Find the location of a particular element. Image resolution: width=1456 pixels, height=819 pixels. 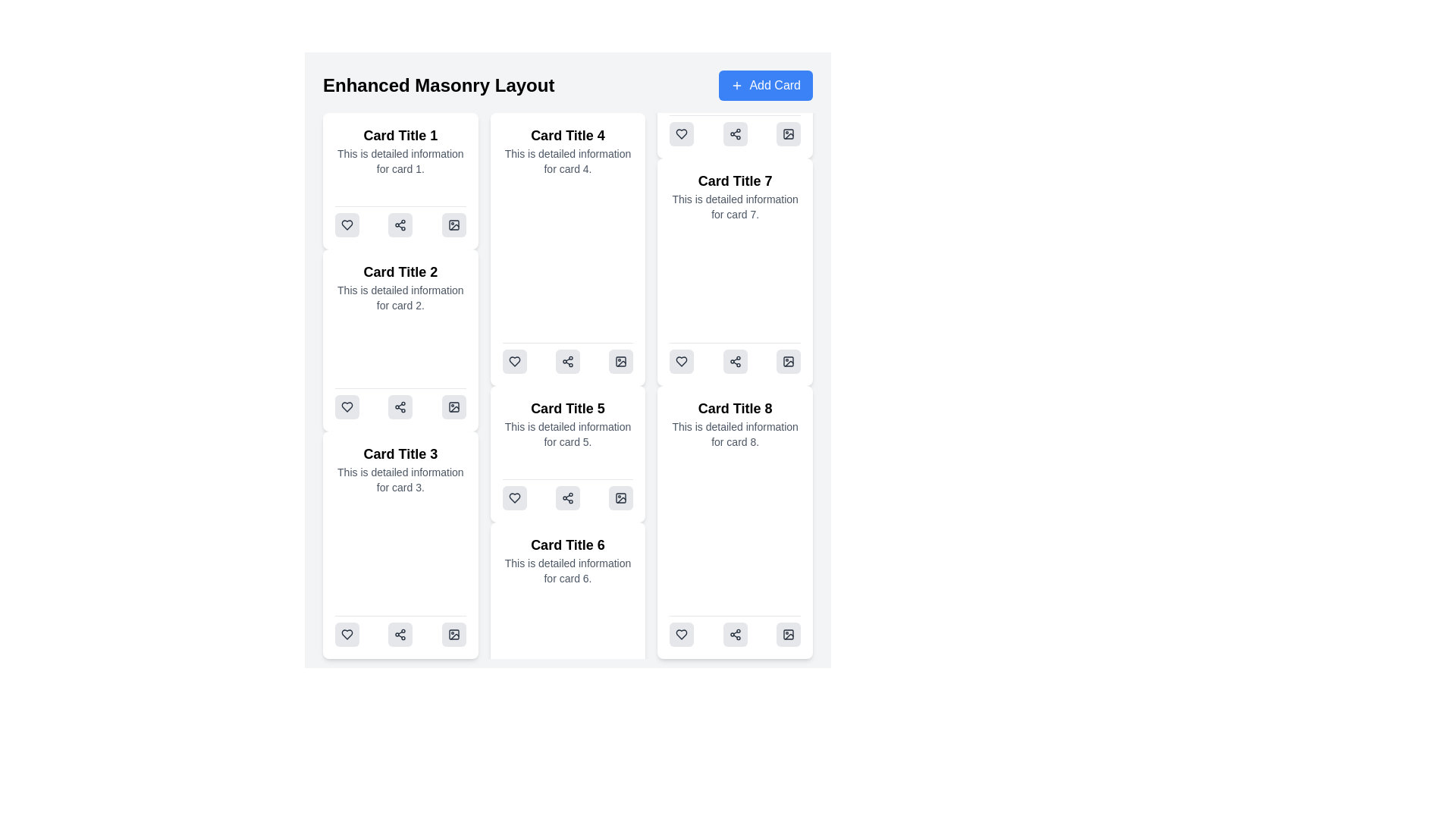

the share icon button, which resembles three connected circles forming a triangular arrangement, located within 'Card Title 5' as the middle button of three icons beneath the card text is located at coordinates (566, 362).